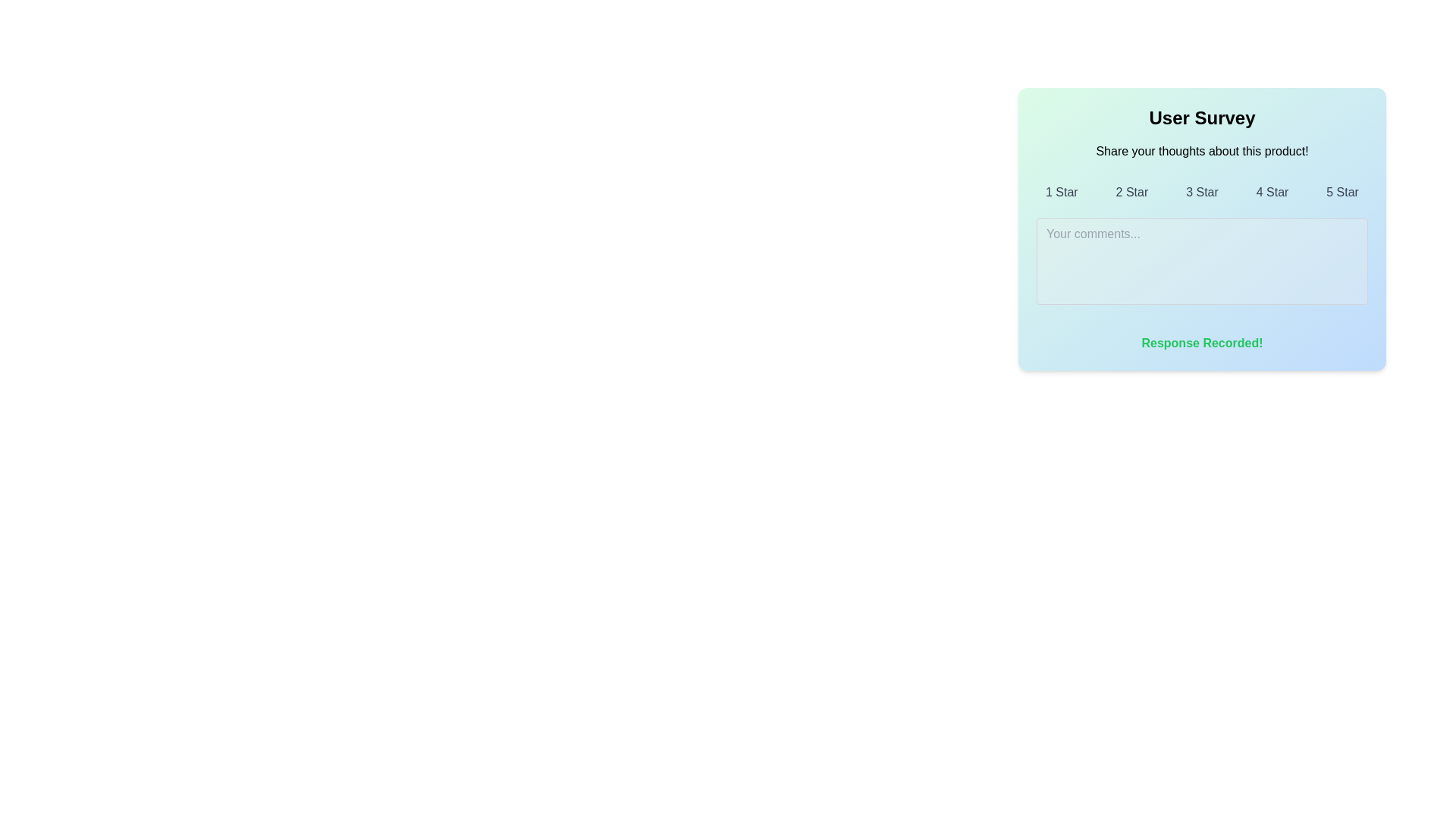 This screenshot has width=1456, height=819. Describe the element at coordinates (1131, 192) in the screenshot. I see `the '2 Star' button in the rating interface` at that location.